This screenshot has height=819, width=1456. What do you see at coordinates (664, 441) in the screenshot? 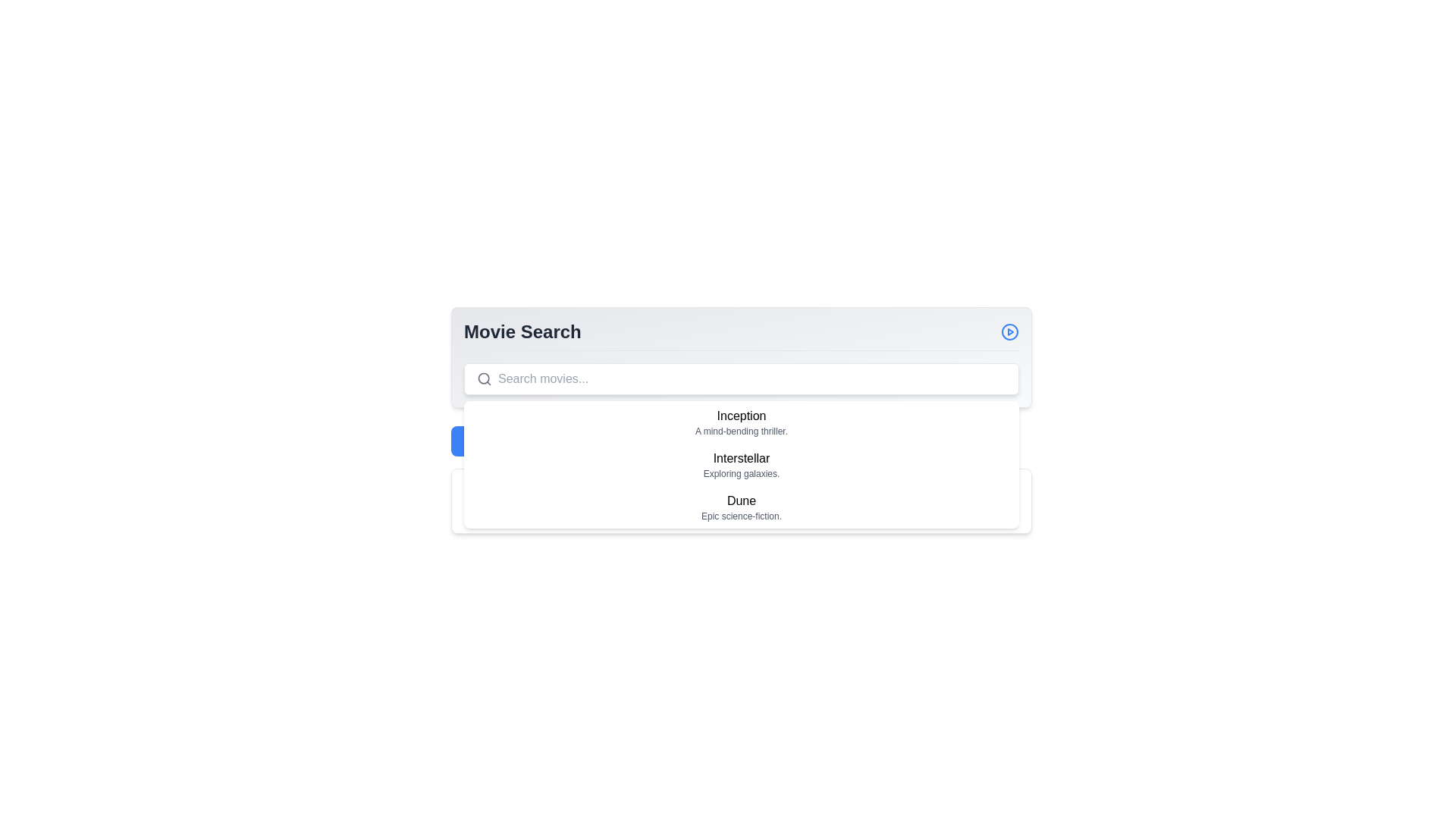
I see `the button for new releases, which is the third button in a horizontal group located below the 'Popular' and 'Trending' buttons` at bounding box center [664, 441].